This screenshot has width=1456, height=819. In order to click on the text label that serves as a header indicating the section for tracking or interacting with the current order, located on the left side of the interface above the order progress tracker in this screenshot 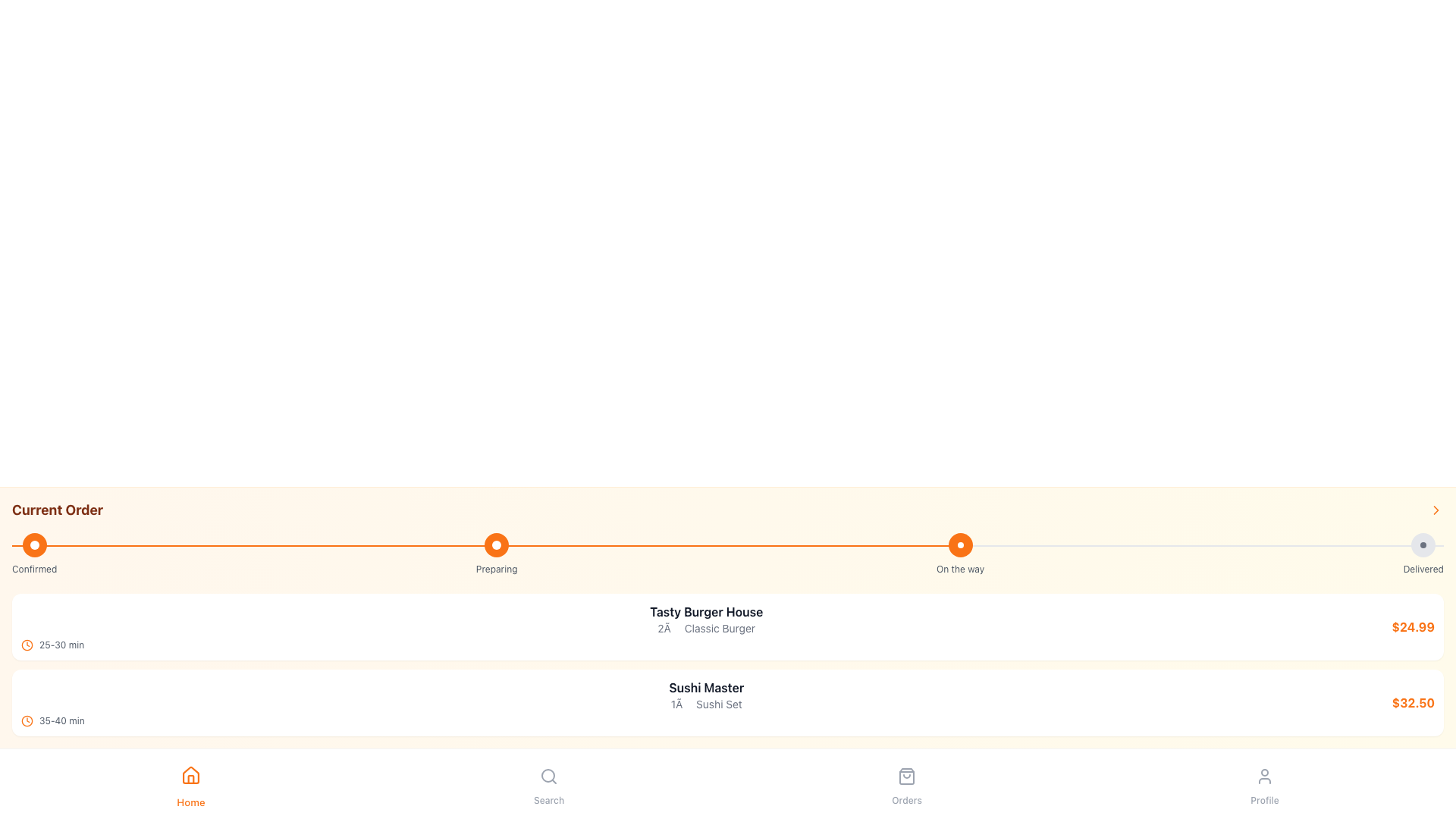, I will do `click(58, 510)`.